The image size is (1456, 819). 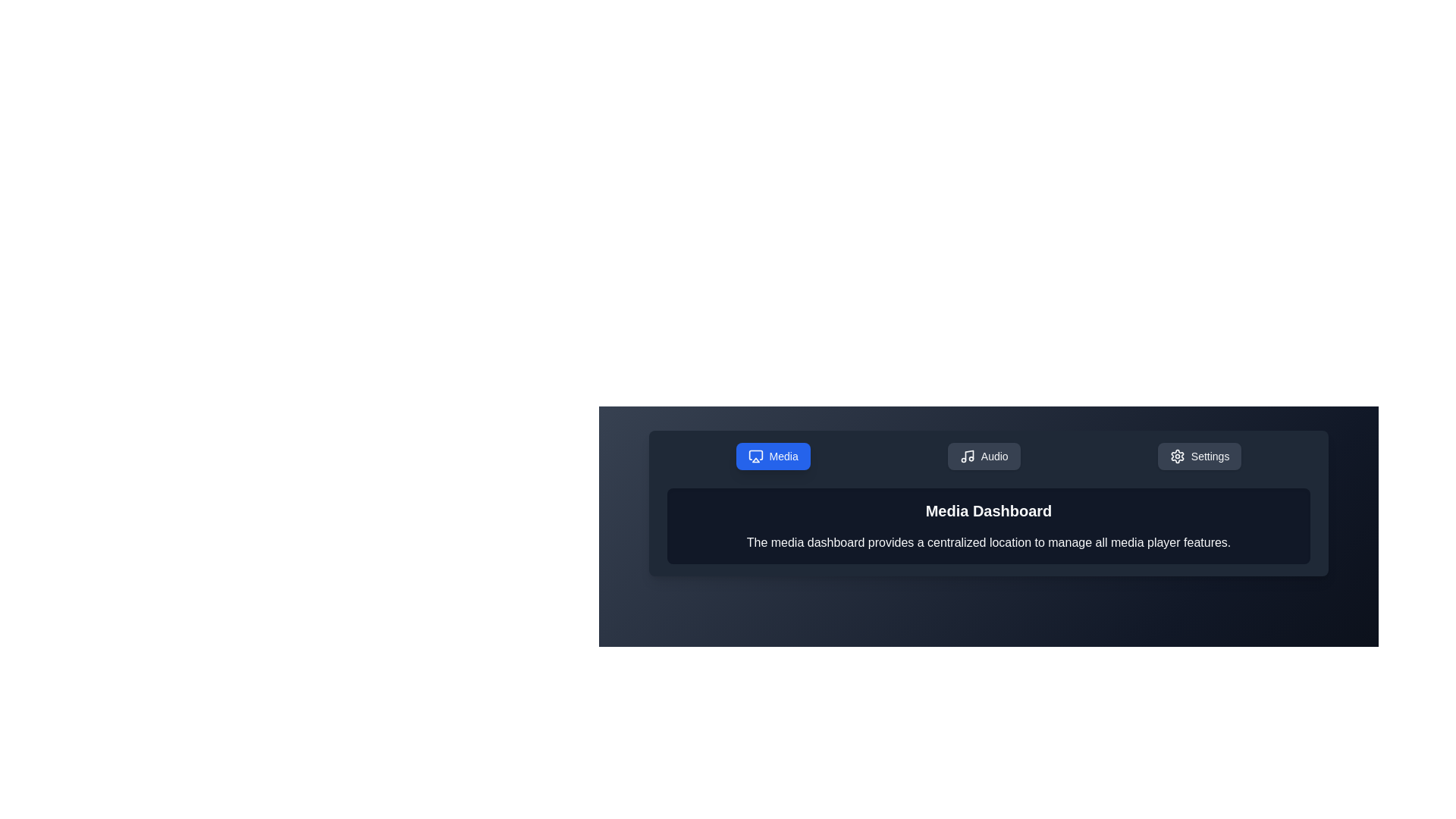 I want to click on the text label within the leftmost button at the top center area of the interface, so click(x=783, y=455).